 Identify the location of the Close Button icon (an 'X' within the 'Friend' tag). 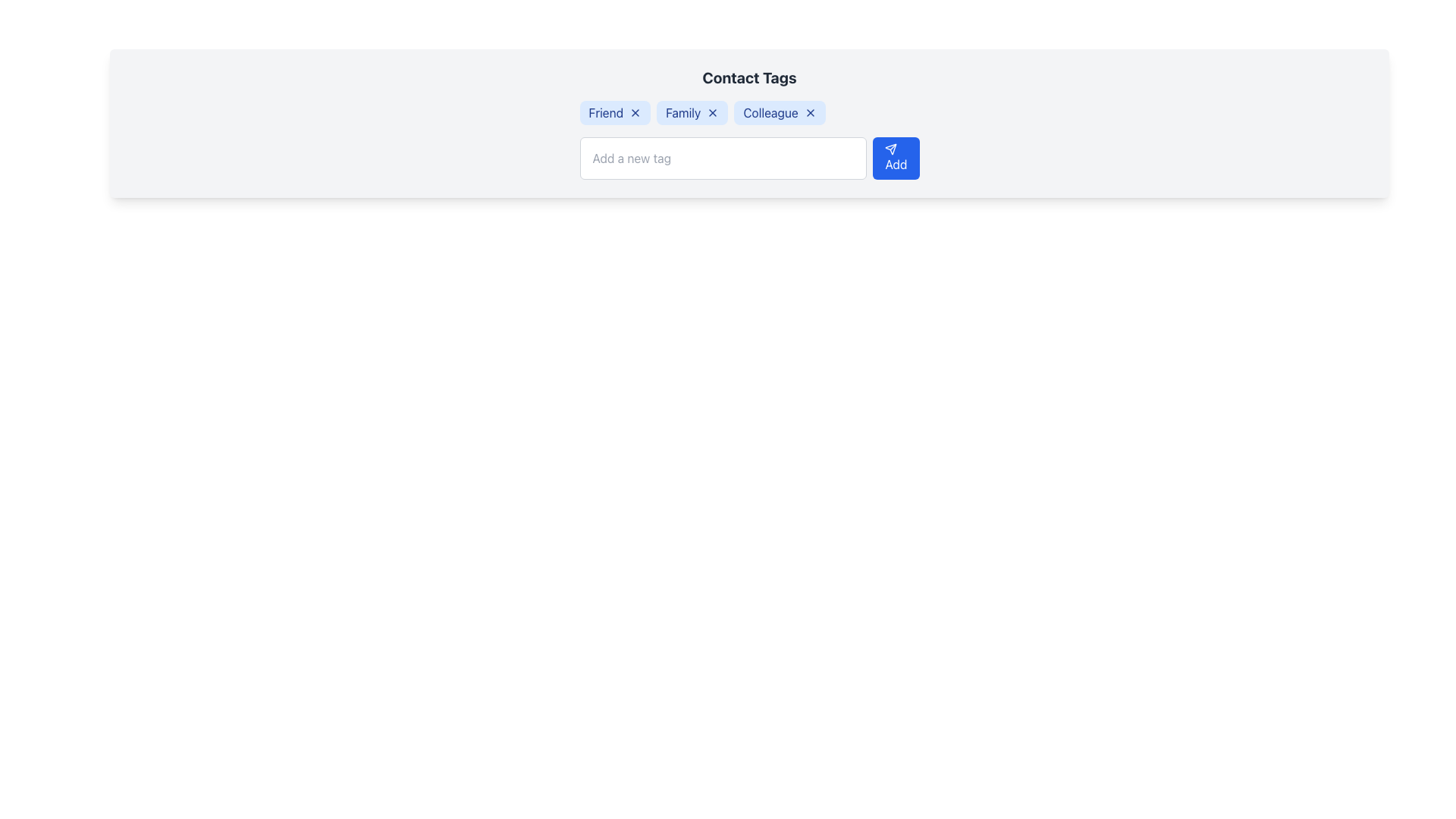
(635, 112).